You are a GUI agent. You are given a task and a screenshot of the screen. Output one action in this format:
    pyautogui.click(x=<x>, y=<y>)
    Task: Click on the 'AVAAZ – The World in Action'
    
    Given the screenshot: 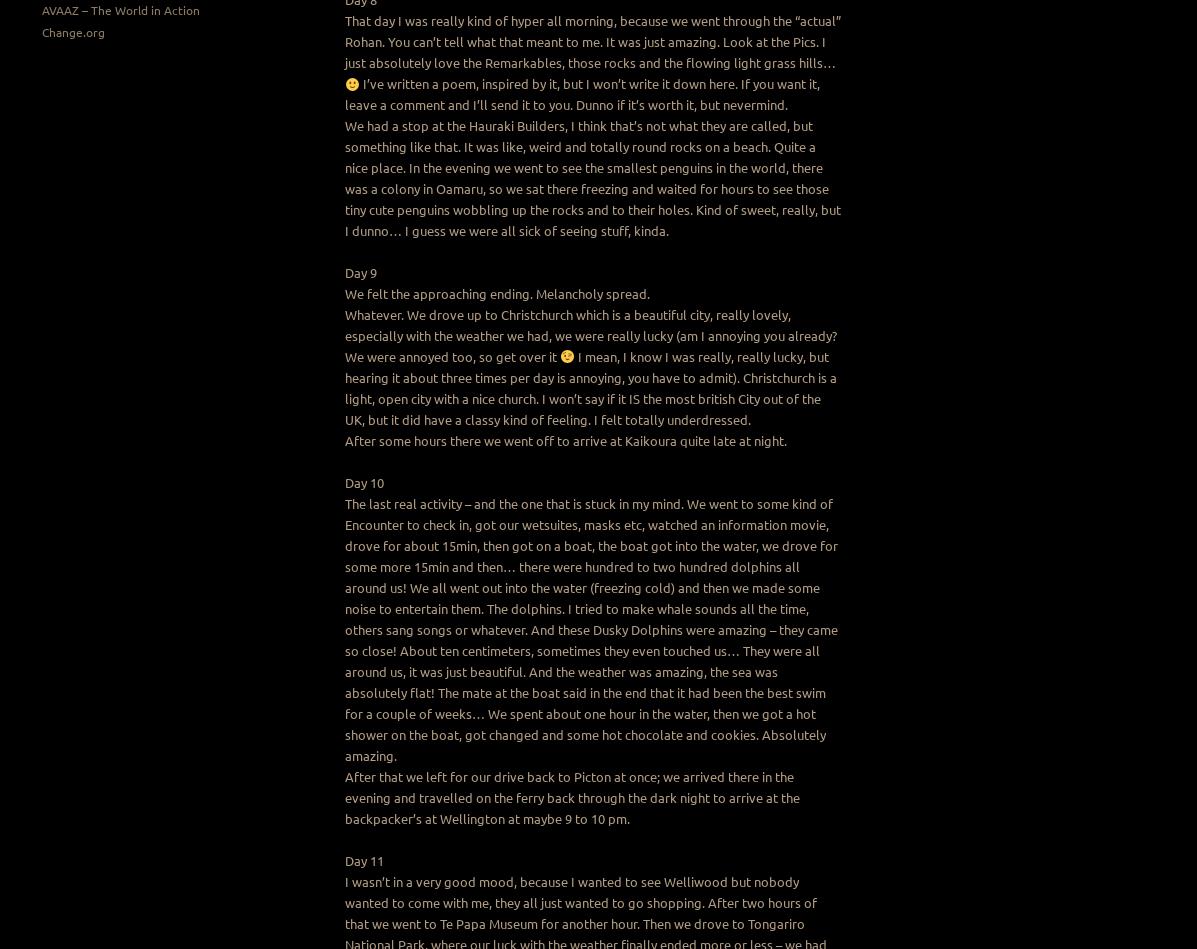 What is the action you would take?
    pyautogui.click(x=119, y=9)
    